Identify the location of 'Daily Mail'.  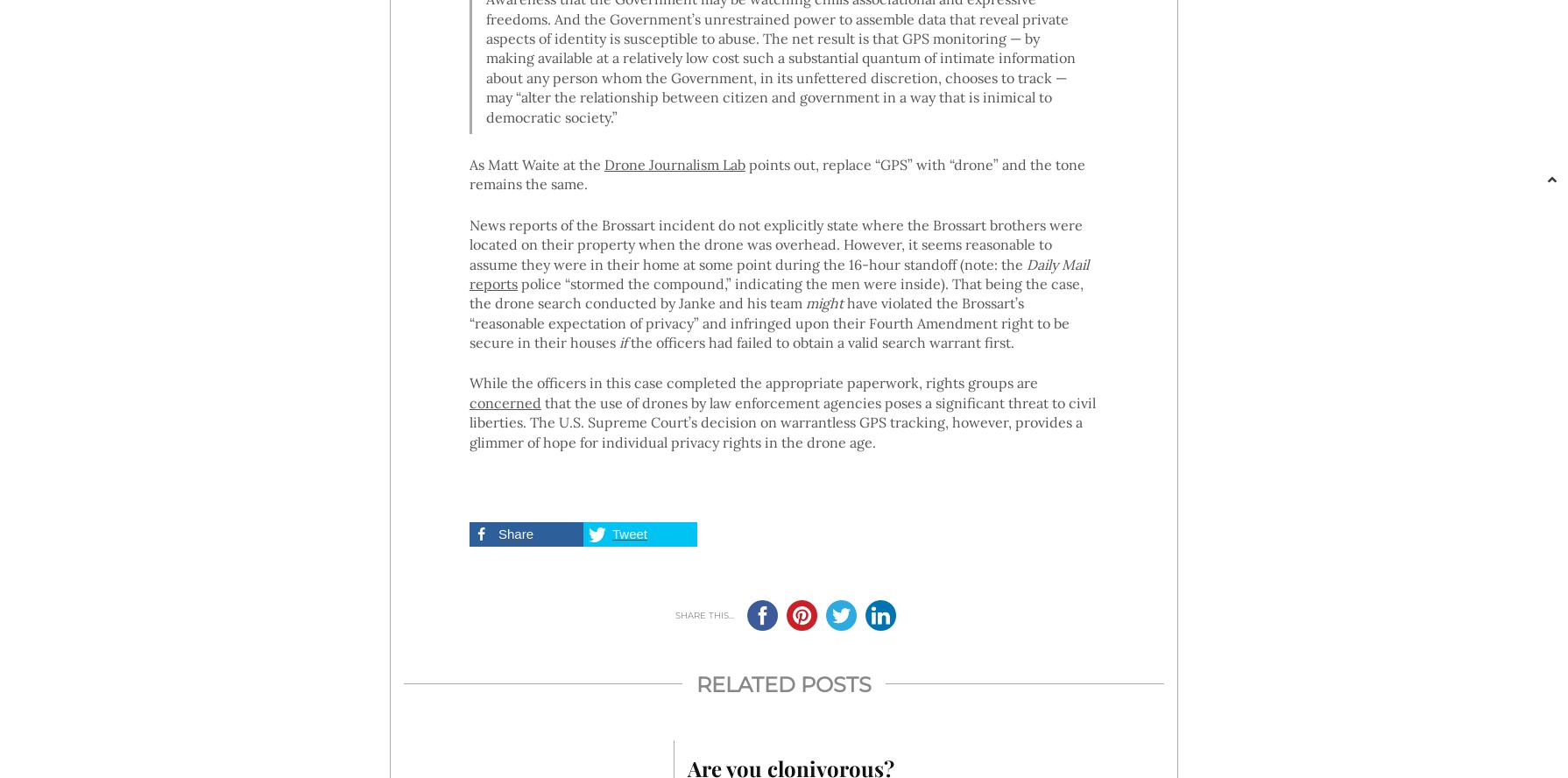
(1056, 263).